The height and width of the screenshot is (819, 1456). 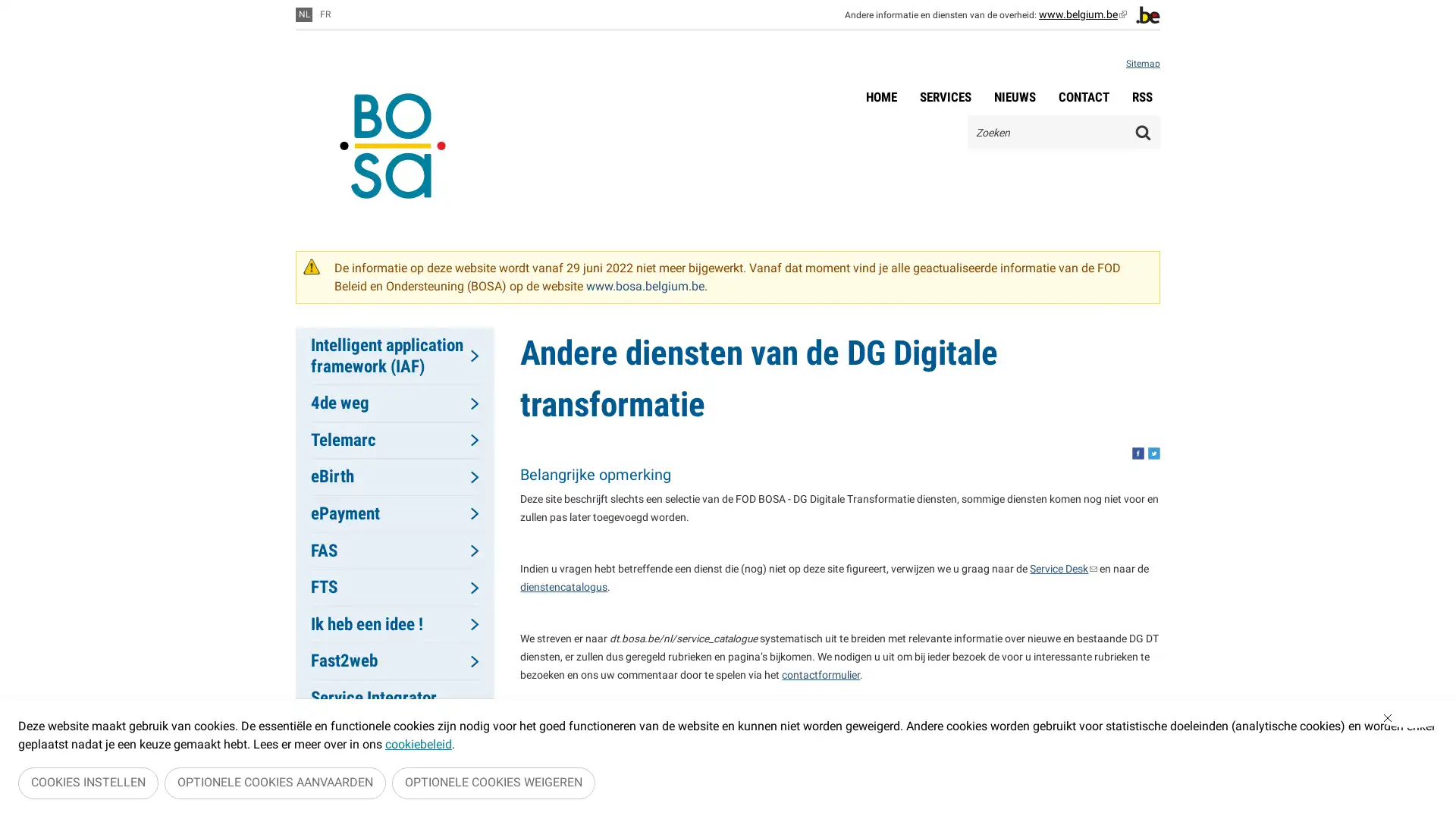 I want to click on COOKIES INSTELLEN, so click(x=87, y=784).